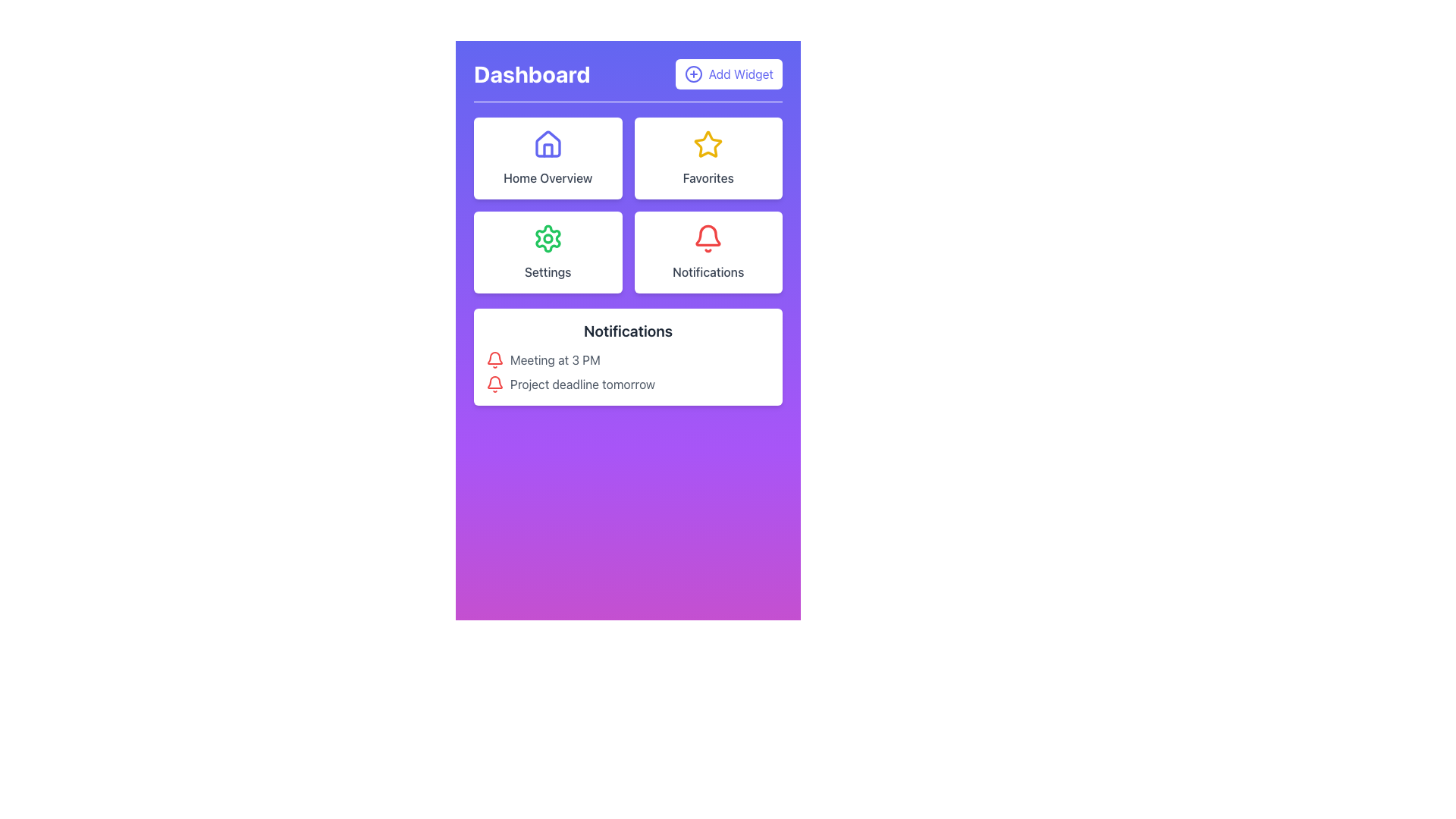 The width and height of the screenshot is (1456, 819). Describe the element at coordinates (708, 177) in the screenshot. I see `the non-interactive 'Favorites' text label located in the center-bottom of its tile in the 2x2 grid, beneath the gold star icon` at that location.